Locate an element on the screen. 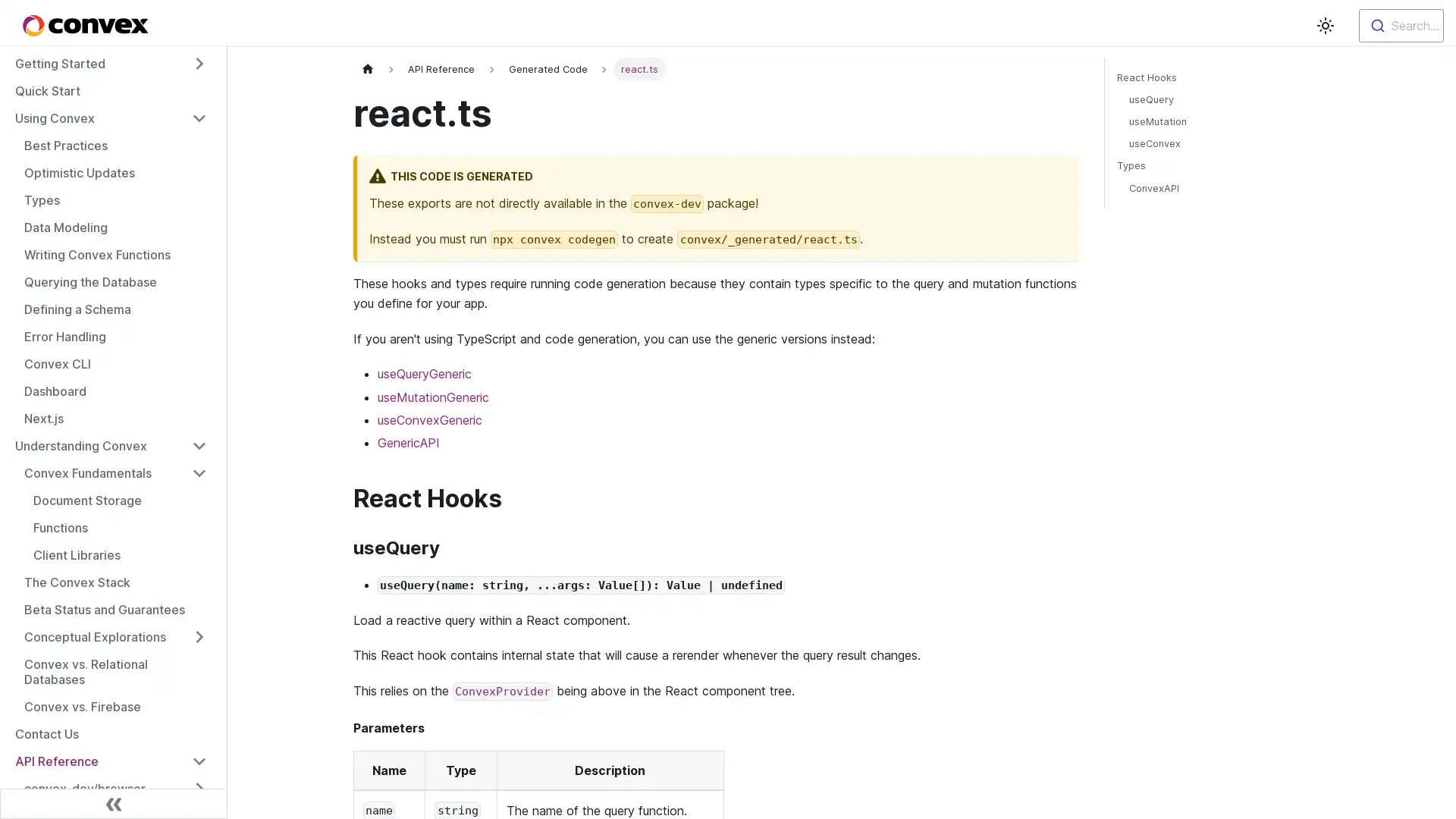 The height and width of the screenshot is (819, 1456). Toggle the collapsible sidebar category 'Conceptual Explorations' is located at coordinates (199, 637).